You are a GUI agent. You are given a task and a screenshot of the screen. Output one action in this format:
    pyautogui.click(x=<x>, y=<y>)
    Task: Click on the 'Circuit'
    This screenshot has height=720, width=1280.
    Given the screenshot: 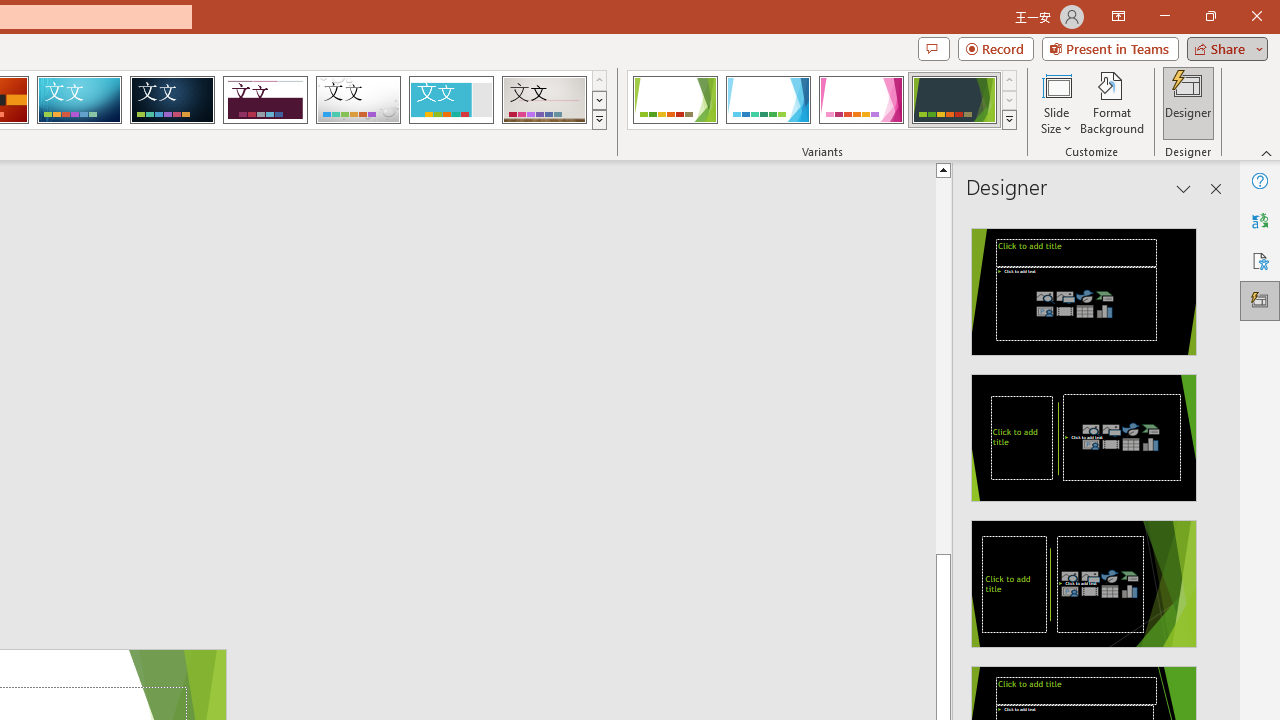 What is the action you would take?
    pyautogui.click(x=79, y=100)
    